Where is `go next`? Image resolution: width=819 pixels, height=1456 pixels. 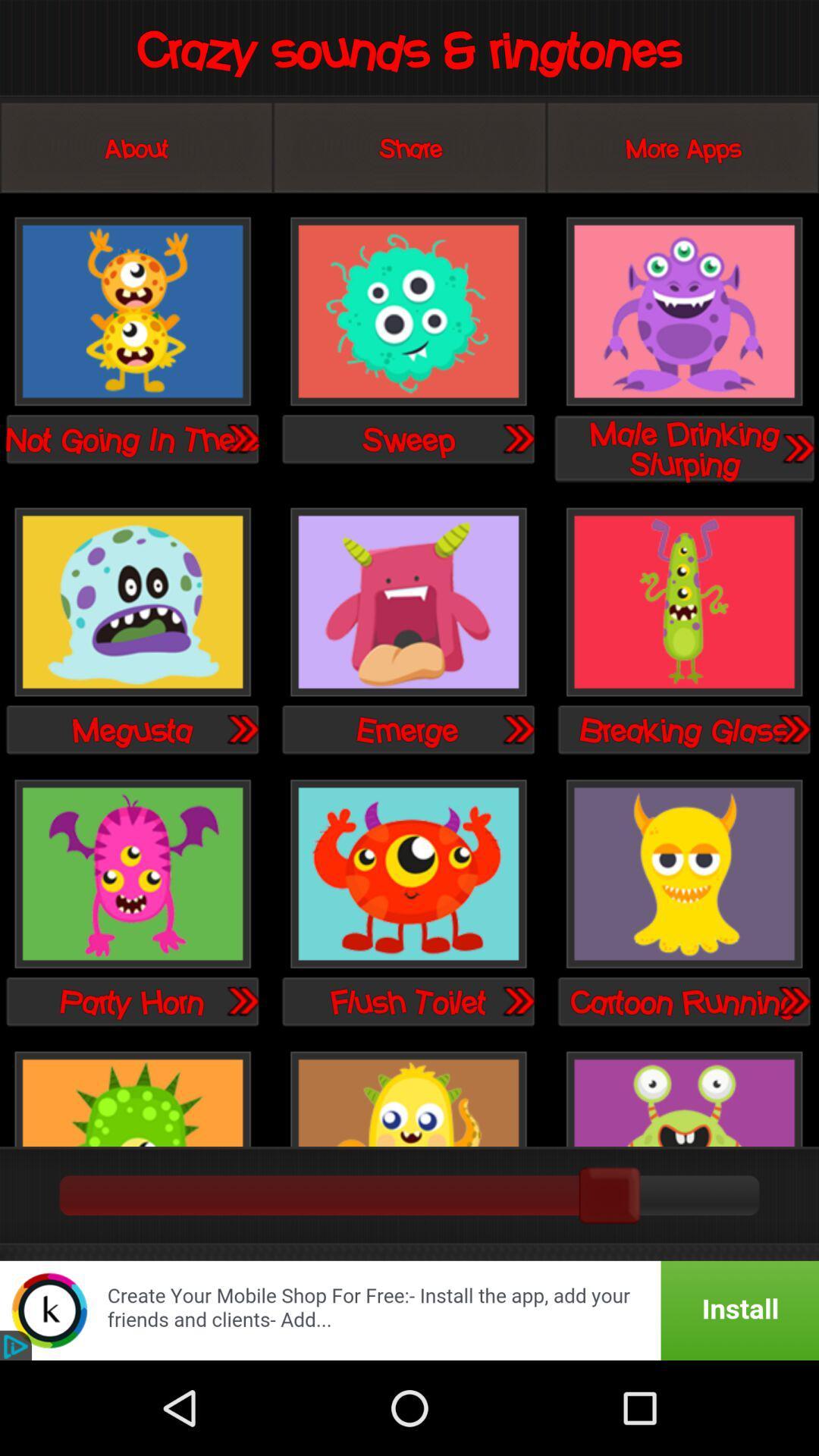 go next is located at coordinates (241, 729).